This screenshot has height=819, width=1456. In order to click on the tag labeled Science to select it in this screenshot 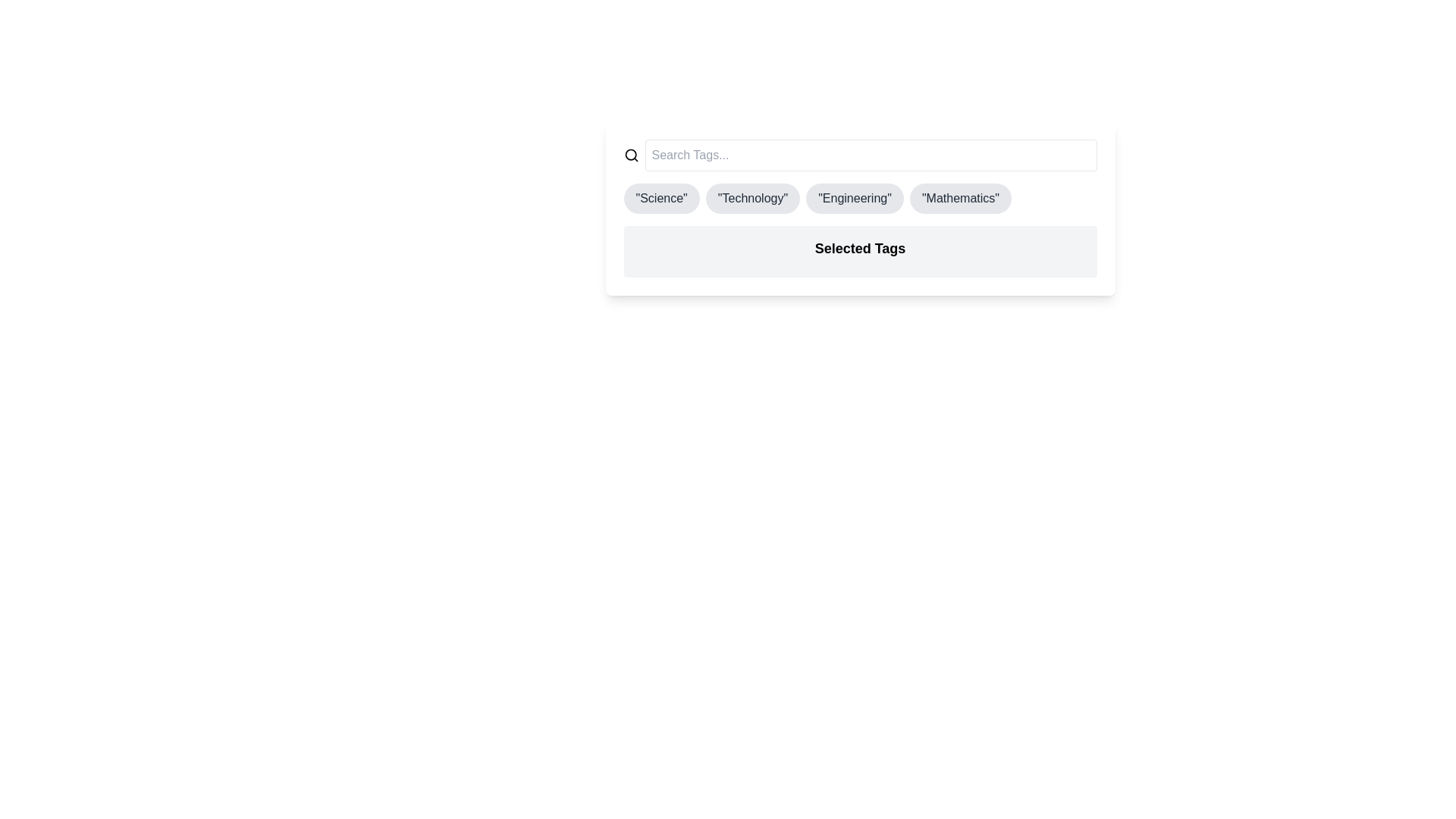, I will do `click(661, 198)`.